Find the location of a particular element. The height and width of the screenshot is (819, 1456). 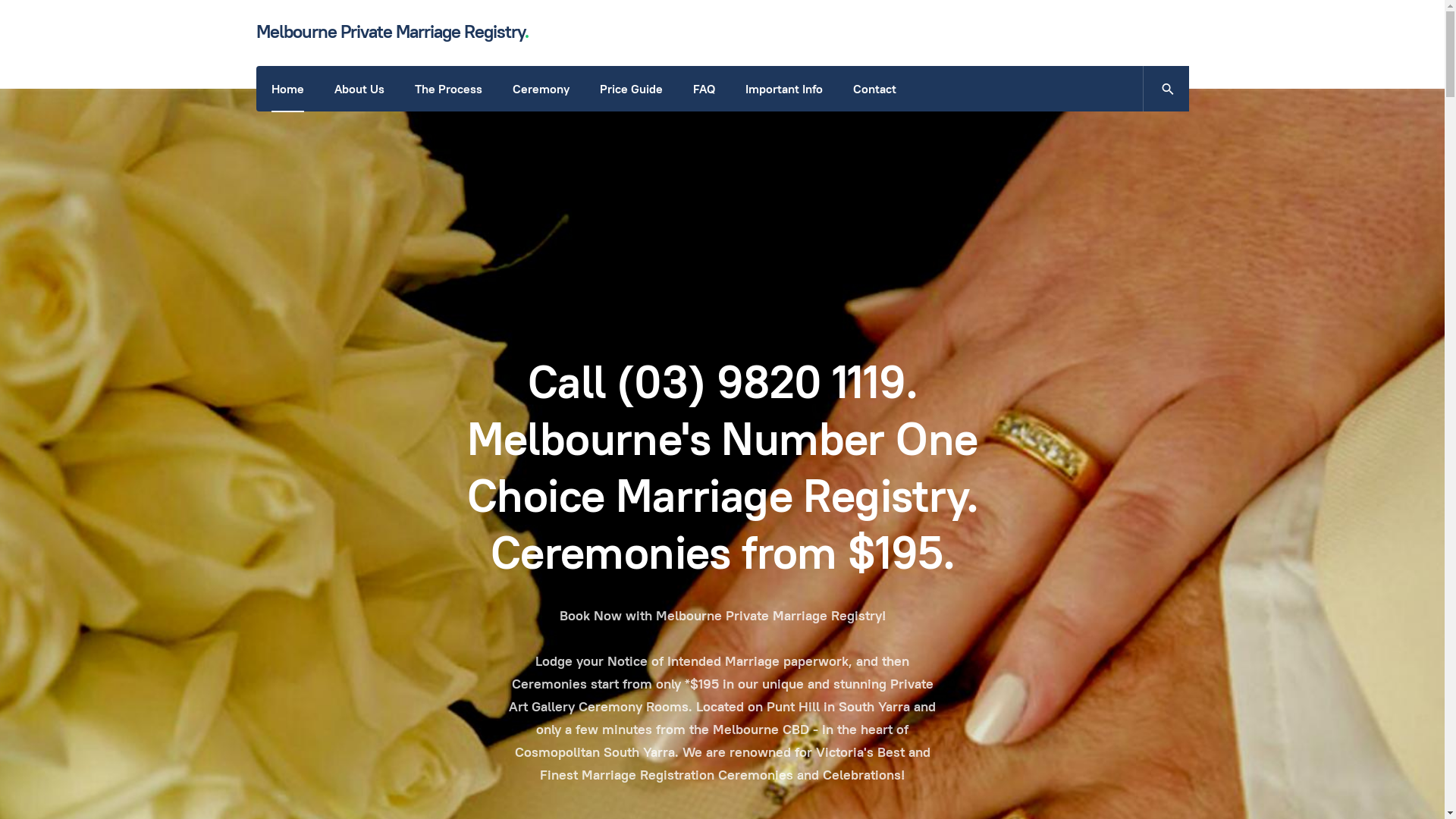

'Important Info' is located at coordinates (745, 88).